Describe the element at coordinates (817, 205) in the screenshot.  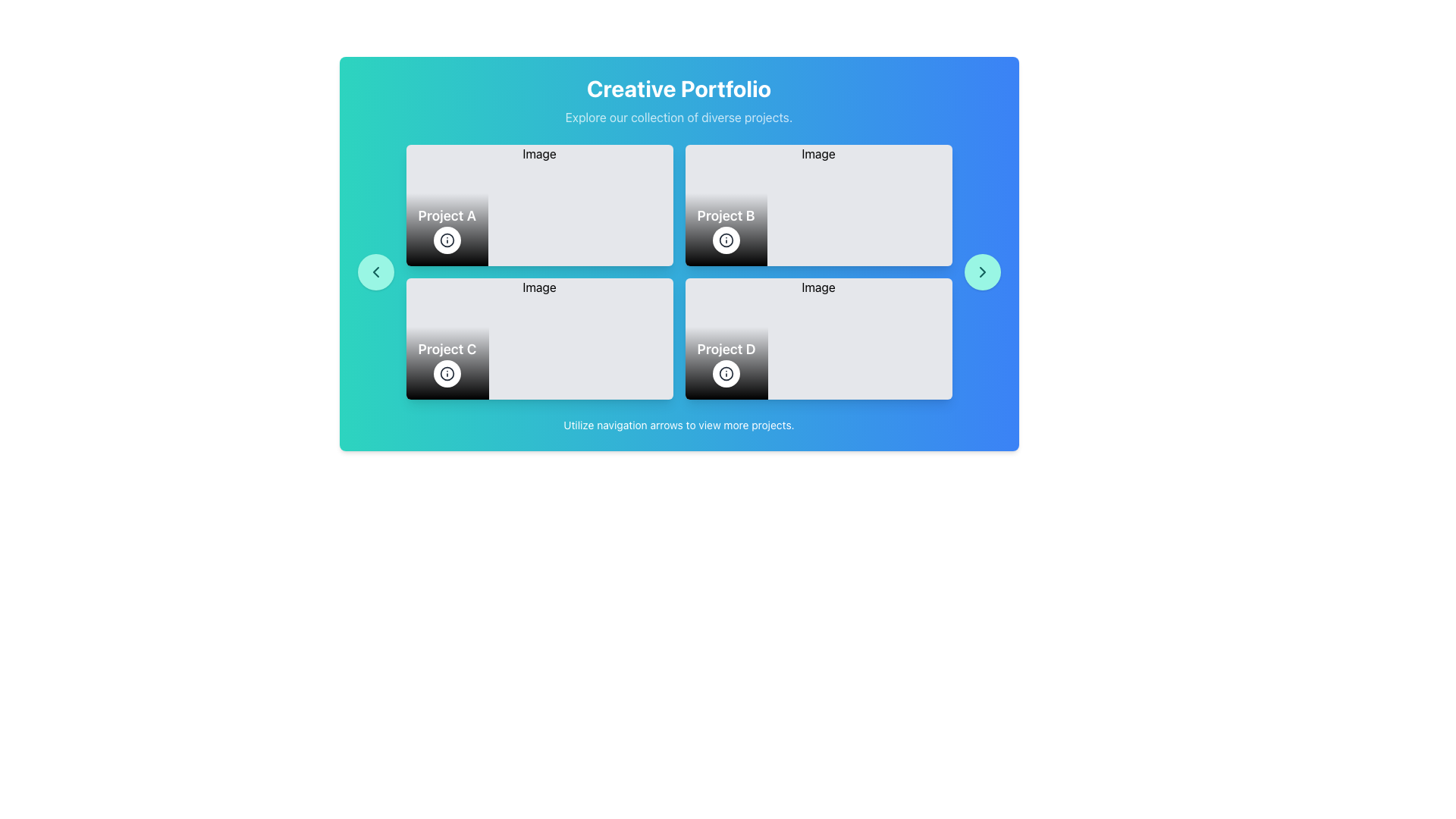
I see `the interactive card or project preview card that displays details for 'Project B', located as the second card in the top row of a grid layout` at that location.